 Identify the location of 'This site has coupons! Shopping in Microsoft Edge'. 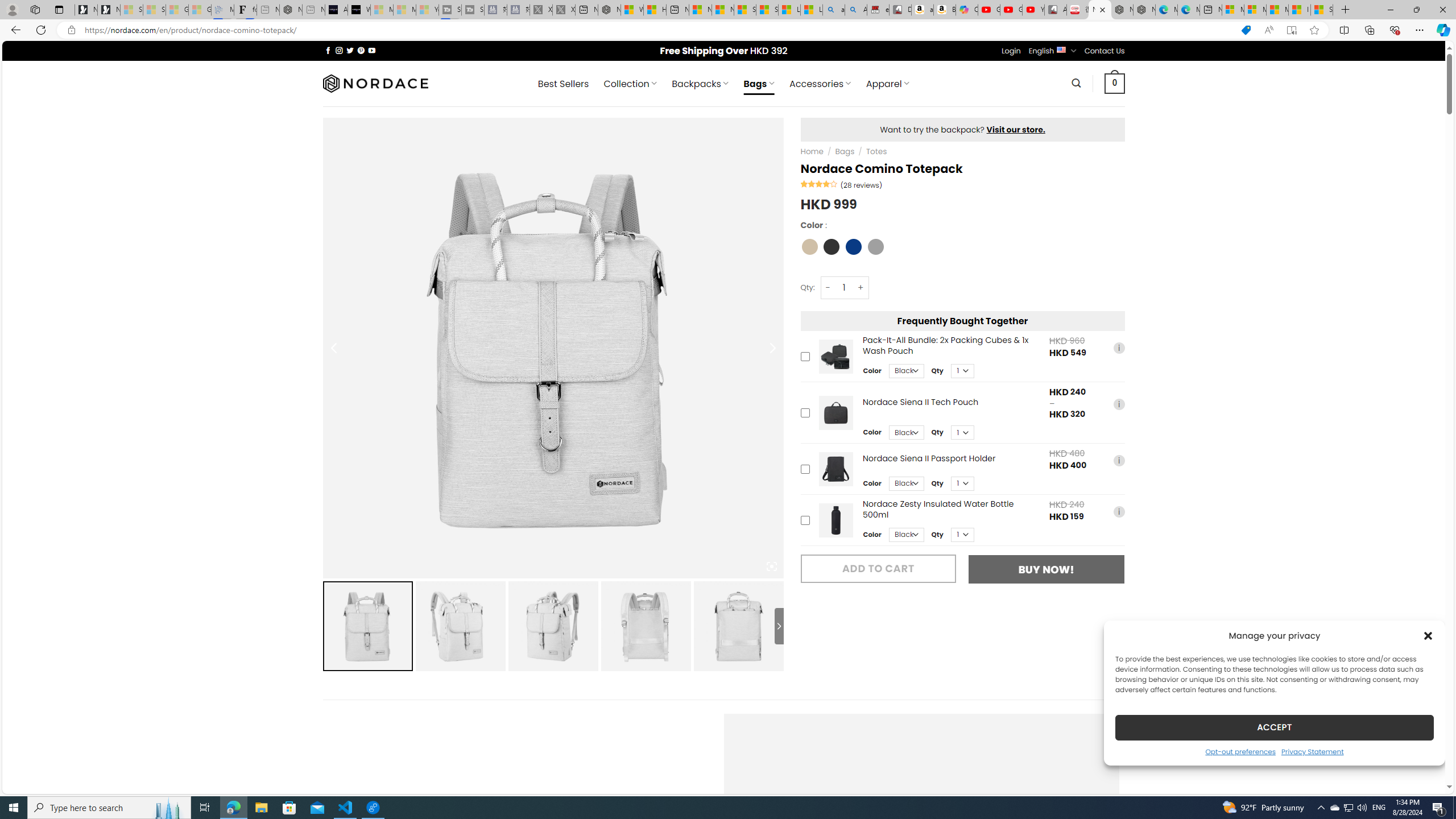
(1246, 30).